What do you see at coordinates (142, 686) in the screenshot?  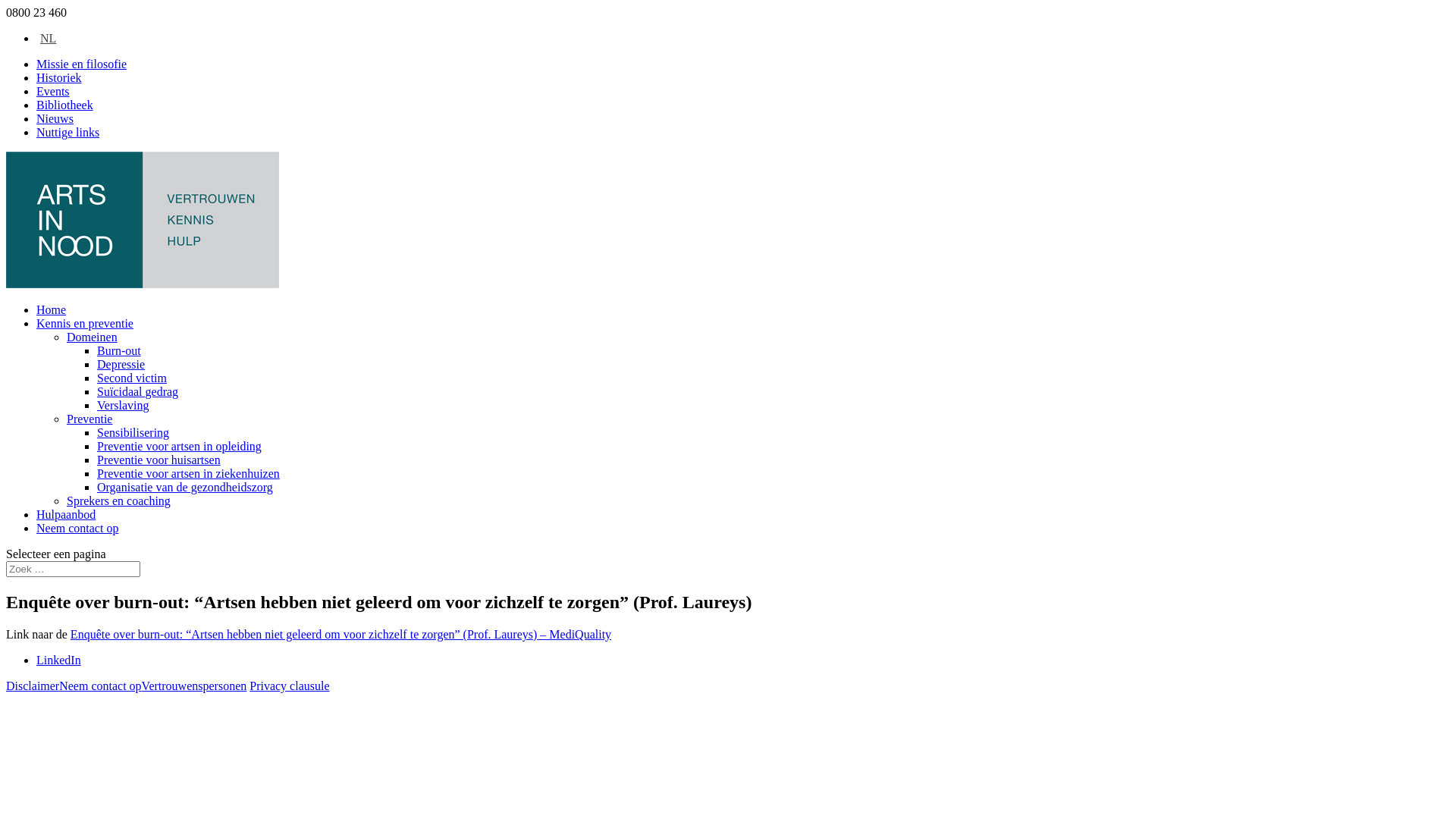 I see `'Vertrouwenspersonen'` at bounding box center [142, 686].